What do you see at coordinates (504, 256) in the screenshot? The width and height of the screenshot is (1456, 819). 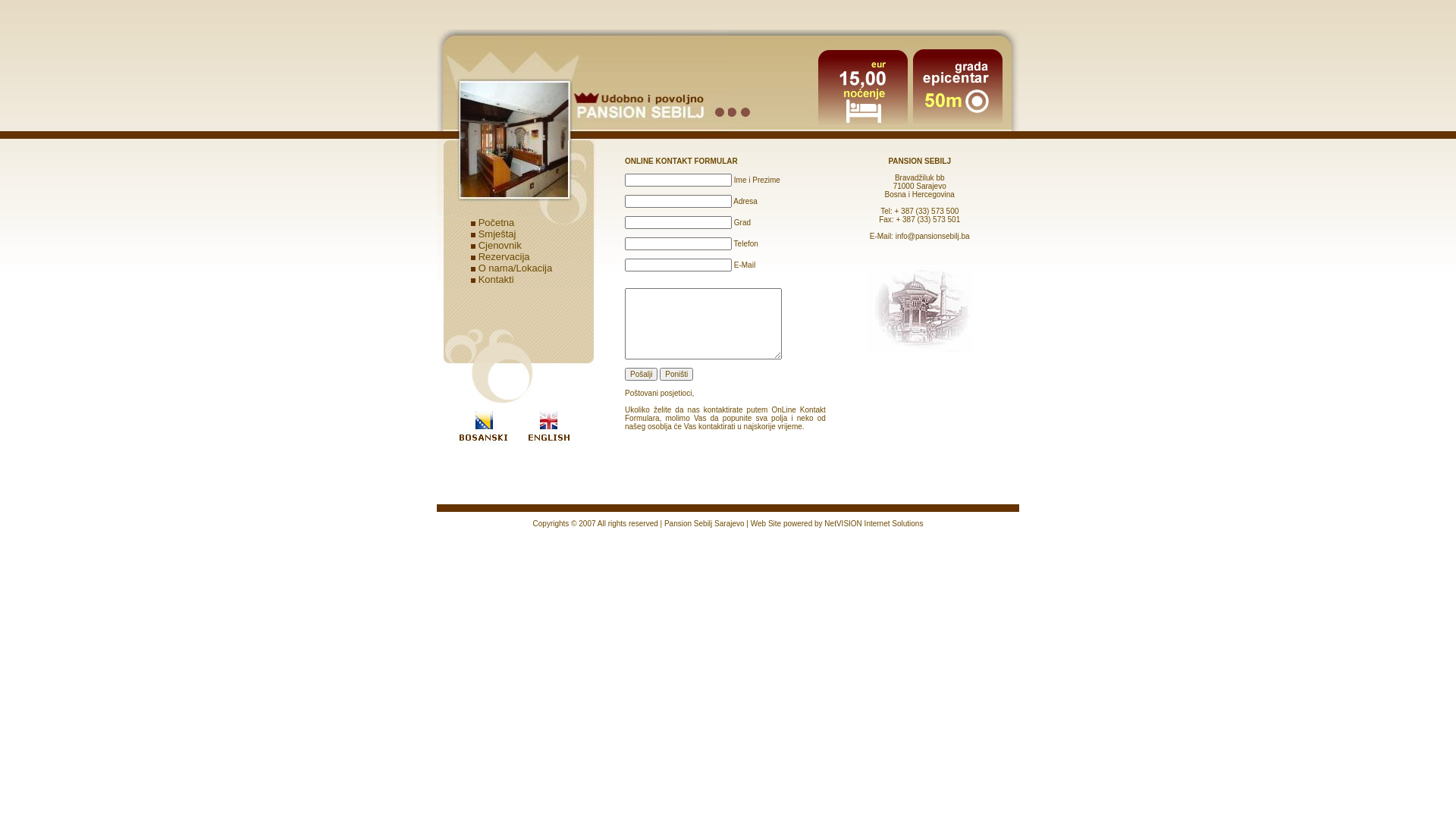 I see `'Rezervacija'` at bounding box center [504, 256].